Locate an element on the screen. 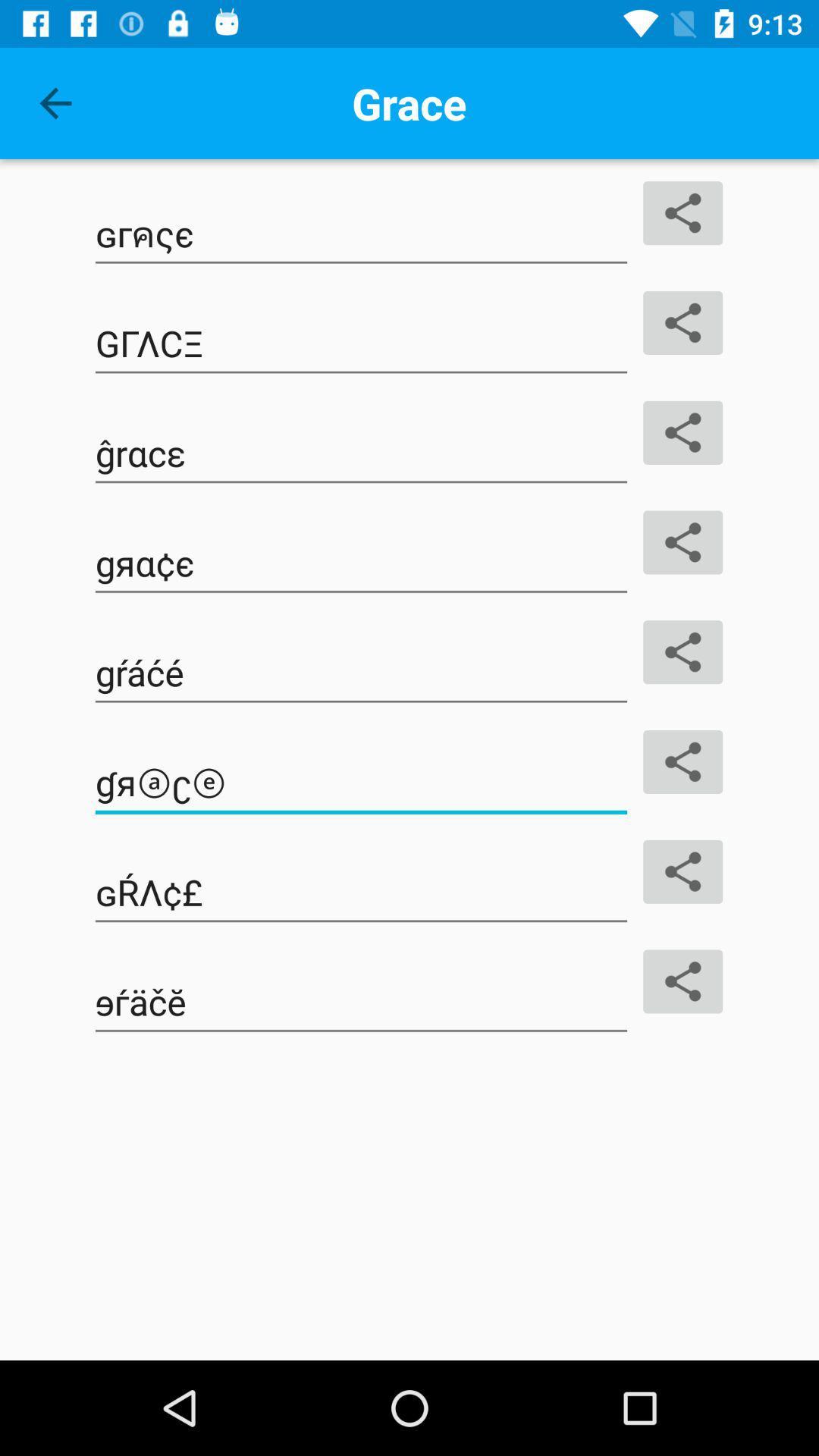 This screenshot has height=1456, width=819. the last but third button of the page is located at coordinates (362, 673).